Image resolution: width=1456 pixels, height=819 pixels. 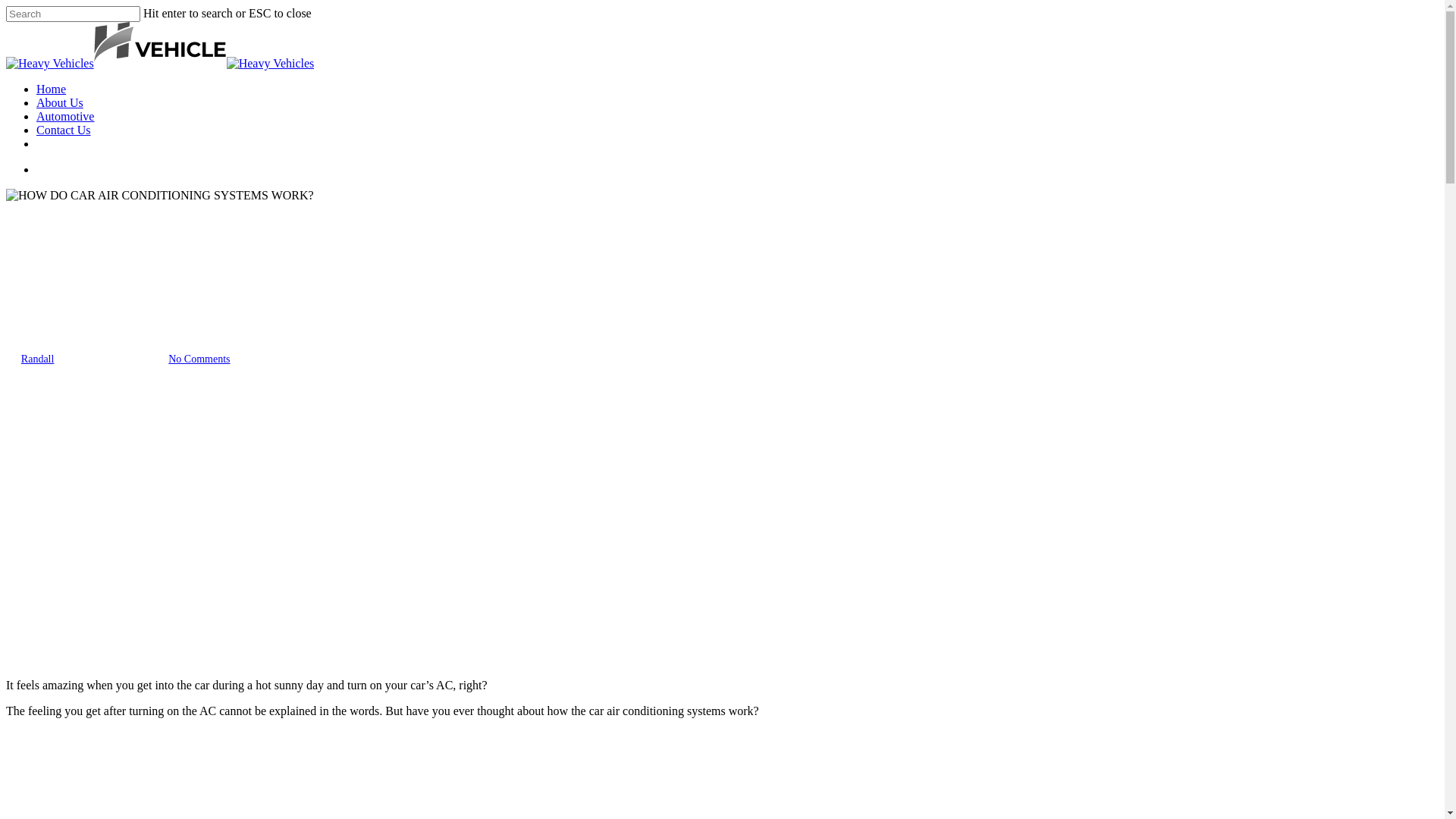 I want to click on 'Randall', so click(x=37, y=359).